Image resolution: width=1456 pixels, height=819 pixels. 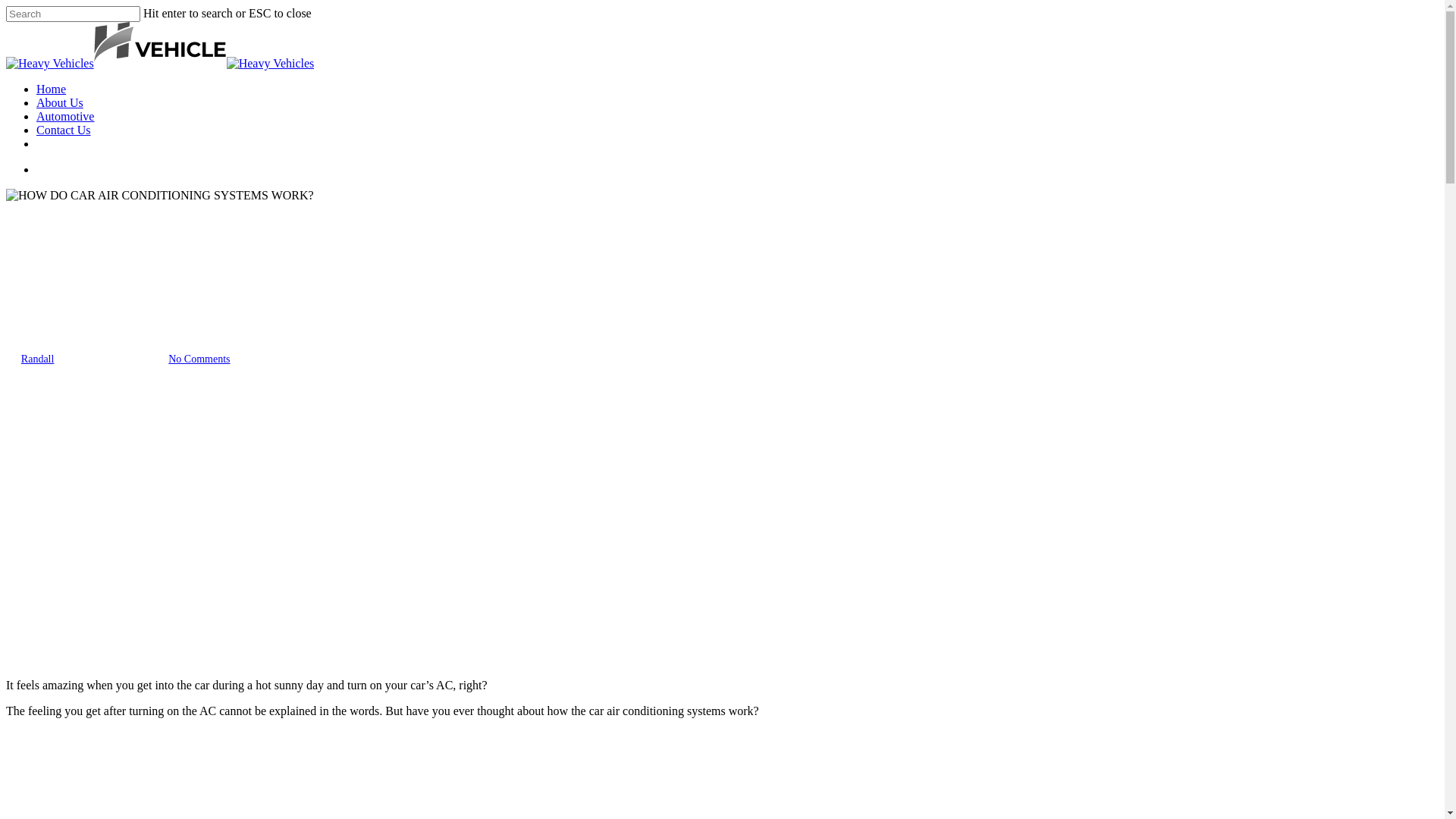 I want to click on 'Randall', so click(x=37, y=359).